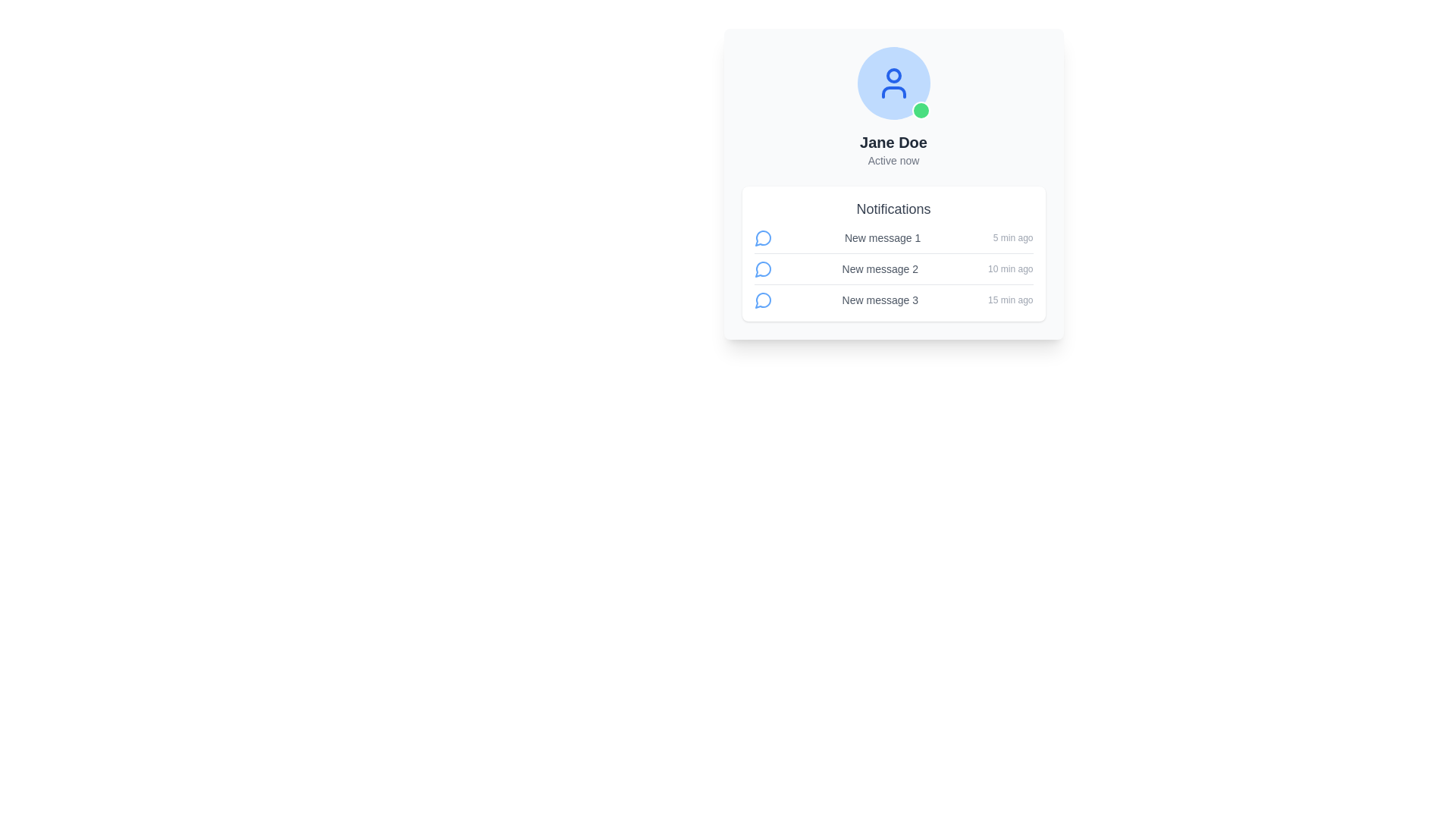 The height and width of the screenshot is (819, 1456). Describe the element at coordinates (893, 161) in the screenshot. I see `the online status text label that indicates the user's status below 'Jane Doe'` at that location.